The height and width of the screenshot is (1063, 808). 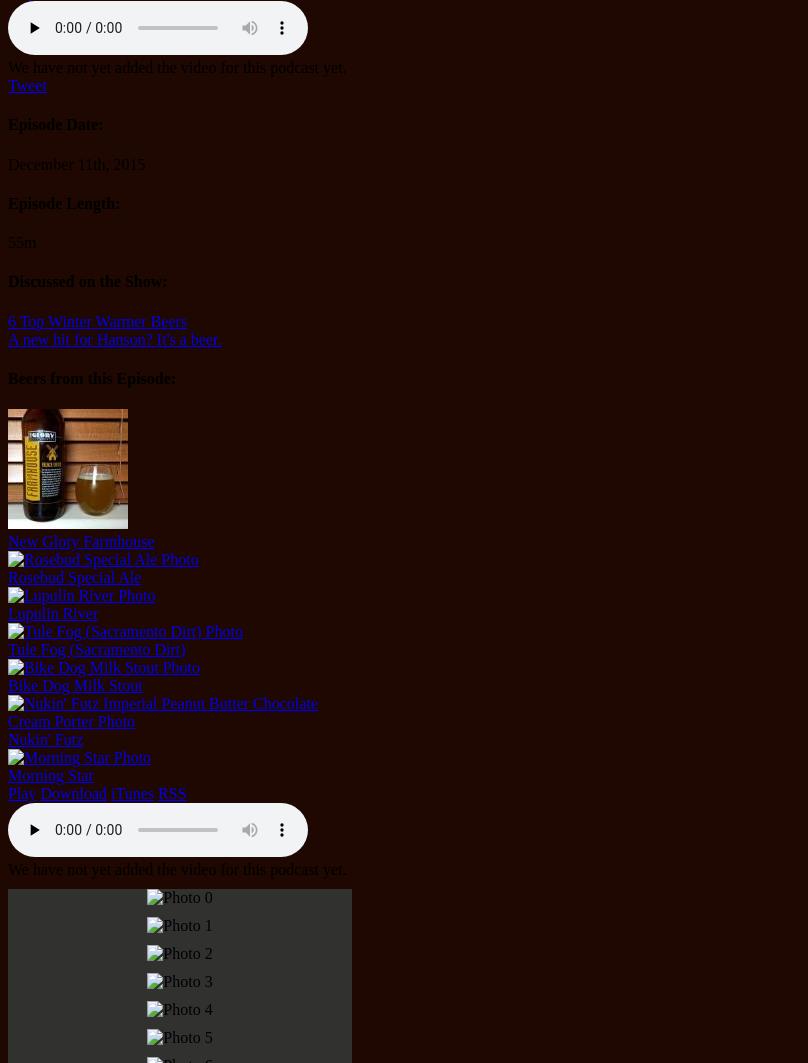 What do you see at coordinates (96, 648) in the screenshot?
I see `'Tule Fog (Sacramento Dirt)'` at bounding box center [96, 648].